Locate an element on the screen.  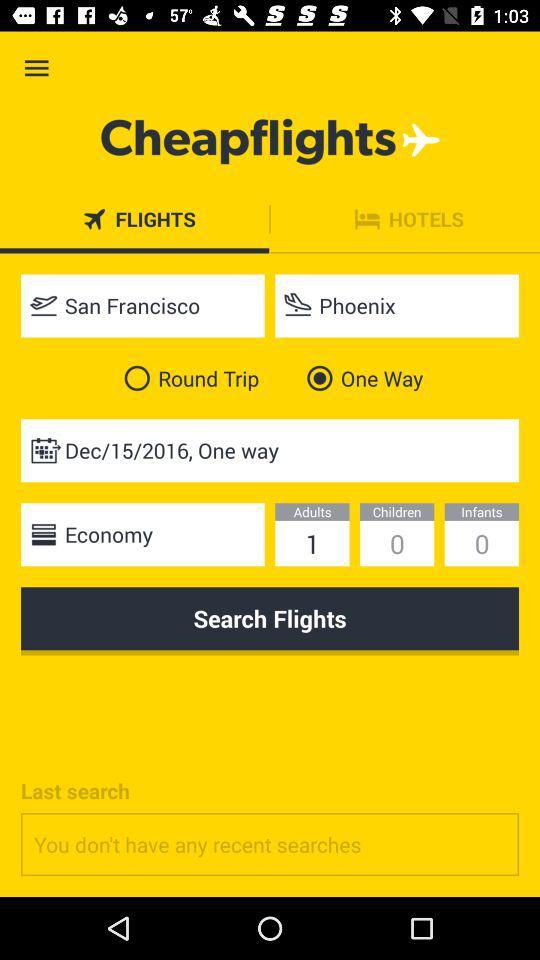
search flights is located at coordinates (270, 620).